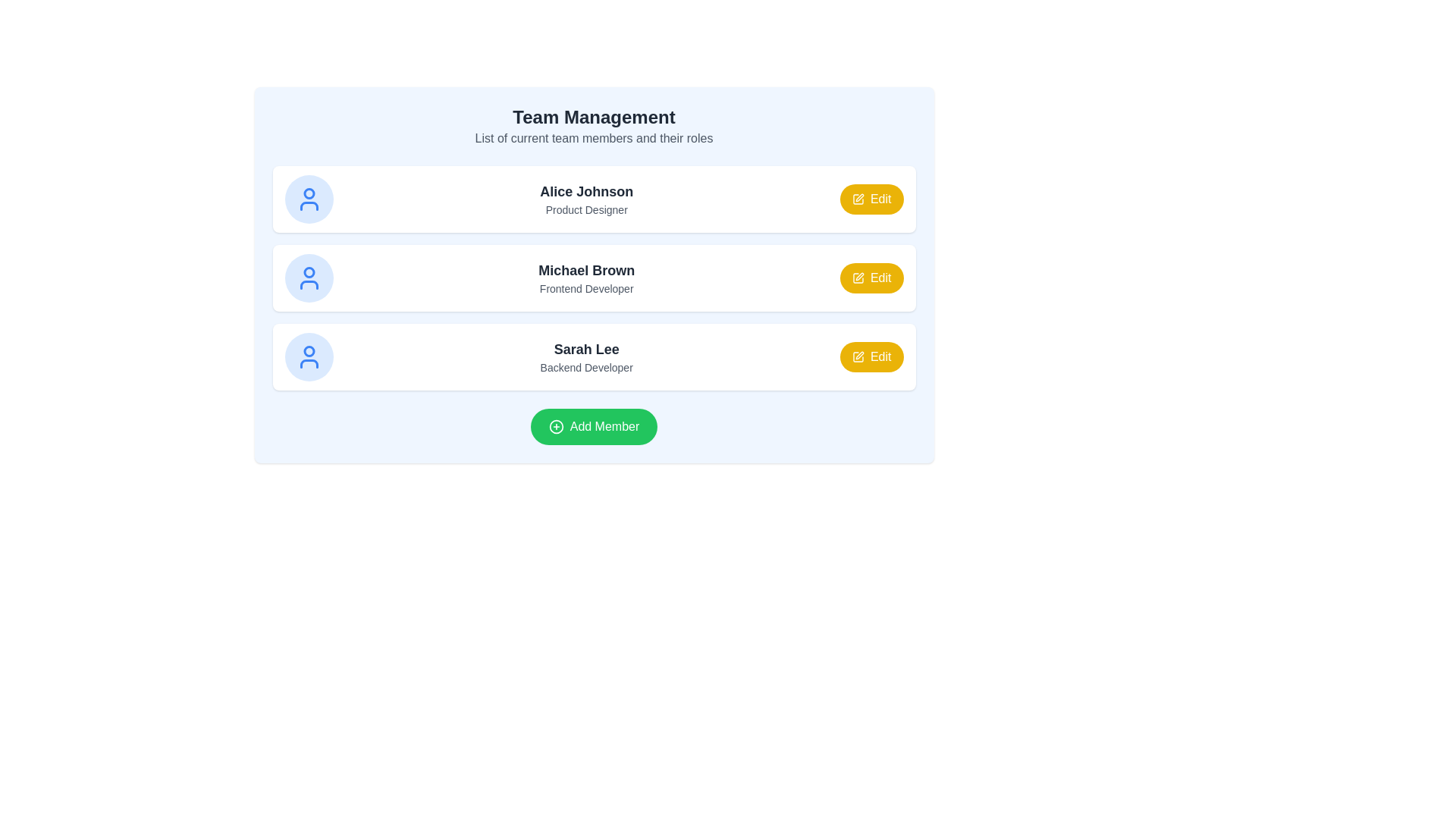 The image size is (1456, 819). I want to click on the bolded text label displaying 'Alice Johnson', which is the primary label in the 'Team Management' section, positioned above 'Product Designer', so click(585, 191).